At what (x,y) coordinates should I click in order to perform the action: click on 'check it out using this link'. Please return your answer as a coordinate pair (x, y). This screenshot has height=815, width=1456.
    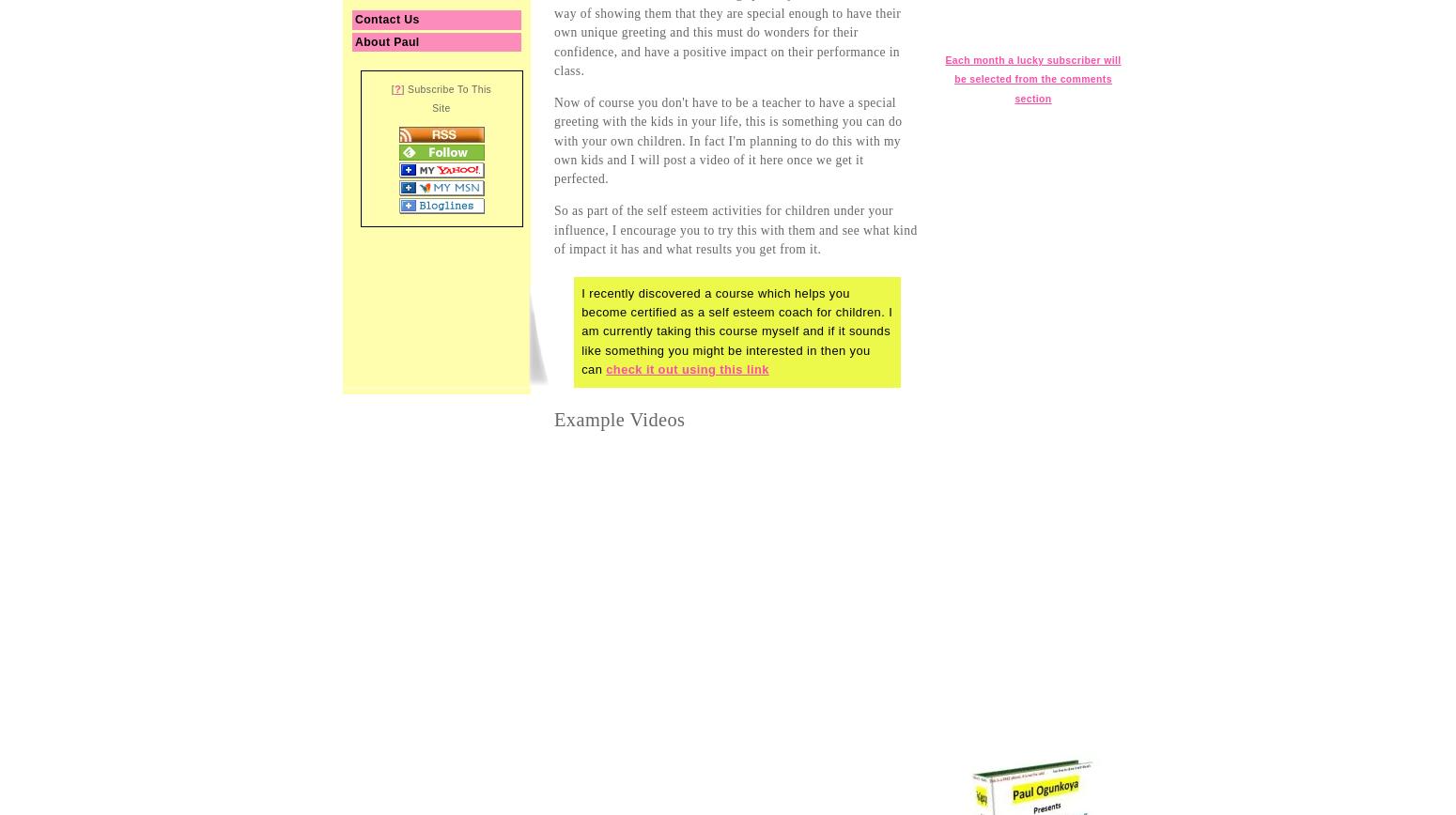
    Looking at the image, I should click on (604, 369).